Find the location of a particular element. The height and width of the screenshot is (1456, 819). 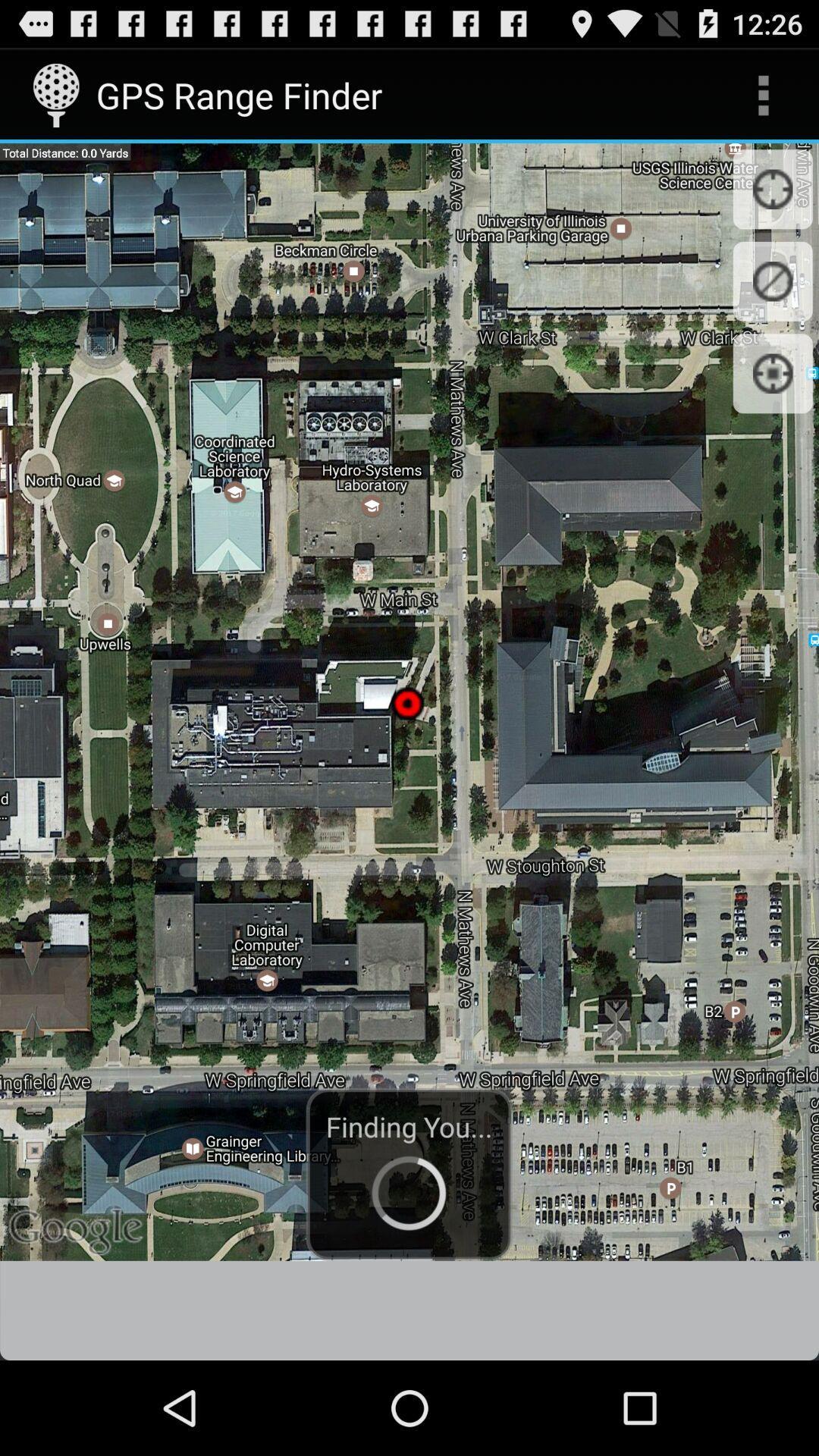

icon to the right of the gps range finder is located at coordinates (763, 94).